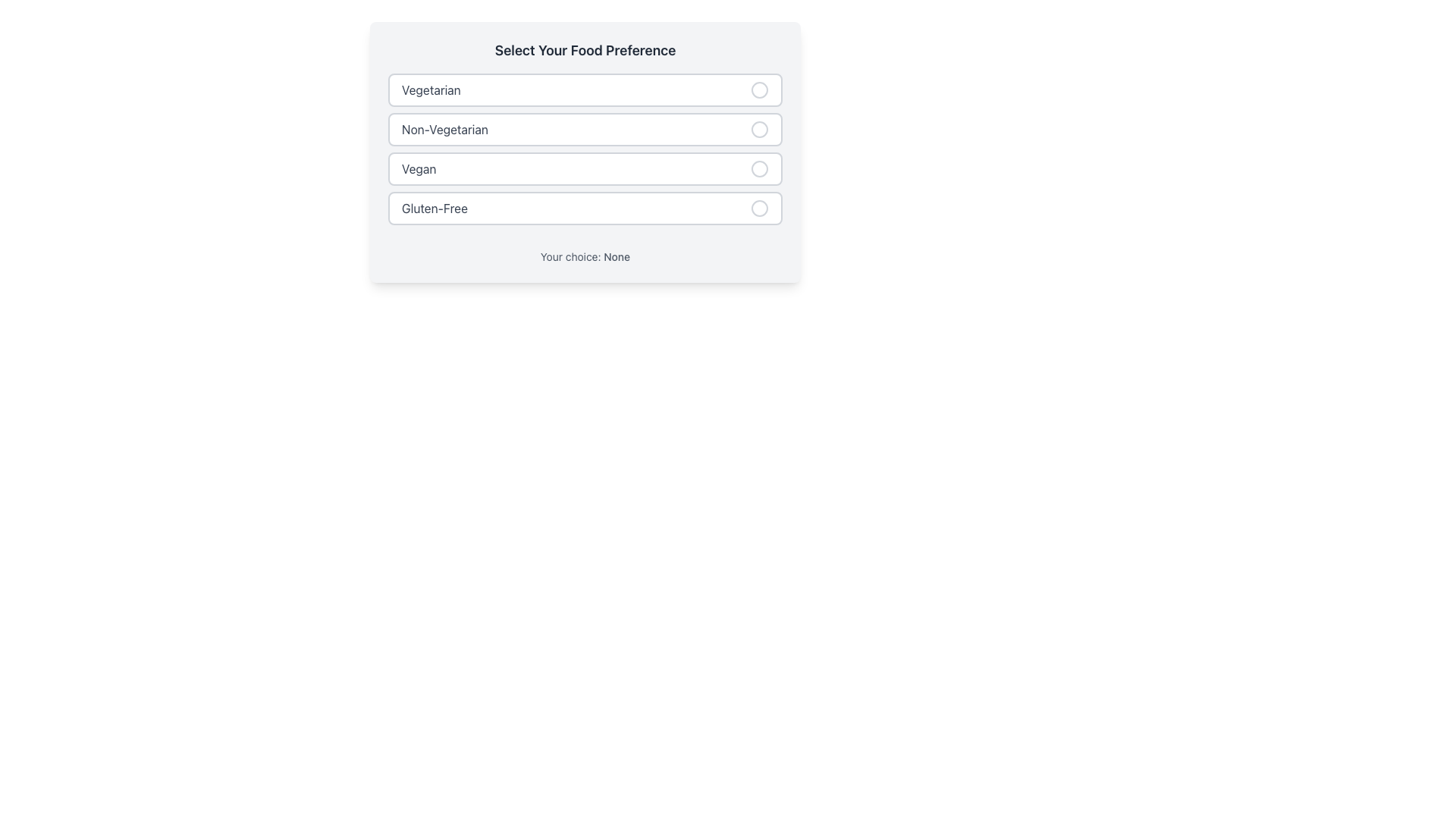 This screenshot has height=819, width=1456. Describe the element at coordinates (585, 90) in the screenshot. I see `the 'Vegetarian' selectable list item` at that location.